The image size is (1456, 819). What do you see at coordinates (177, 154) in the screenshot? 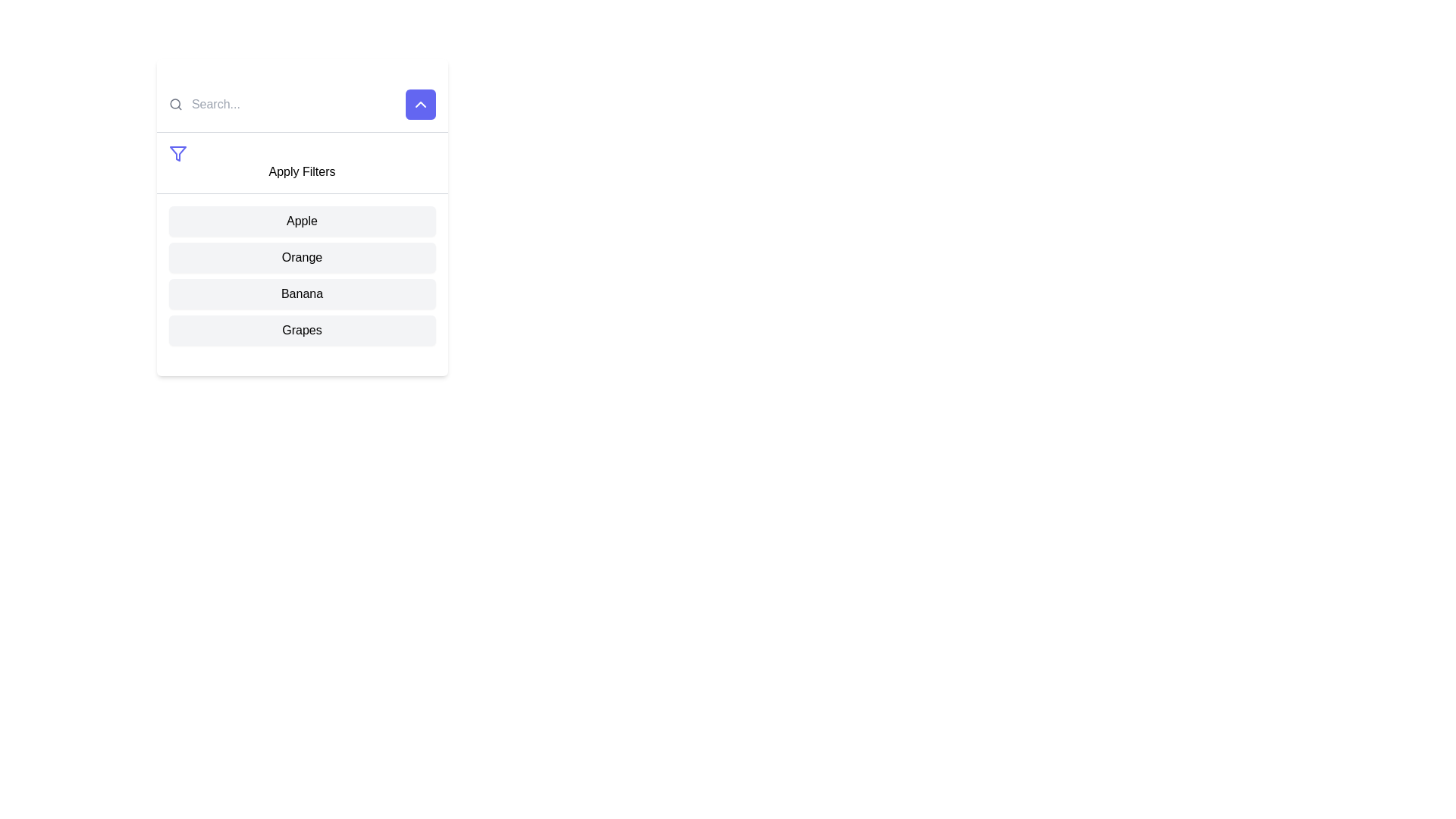
I see `the decorative filter icon with an indigo color outline, located next to the 'Apply Filters' text` at bounding box center [177, 154].